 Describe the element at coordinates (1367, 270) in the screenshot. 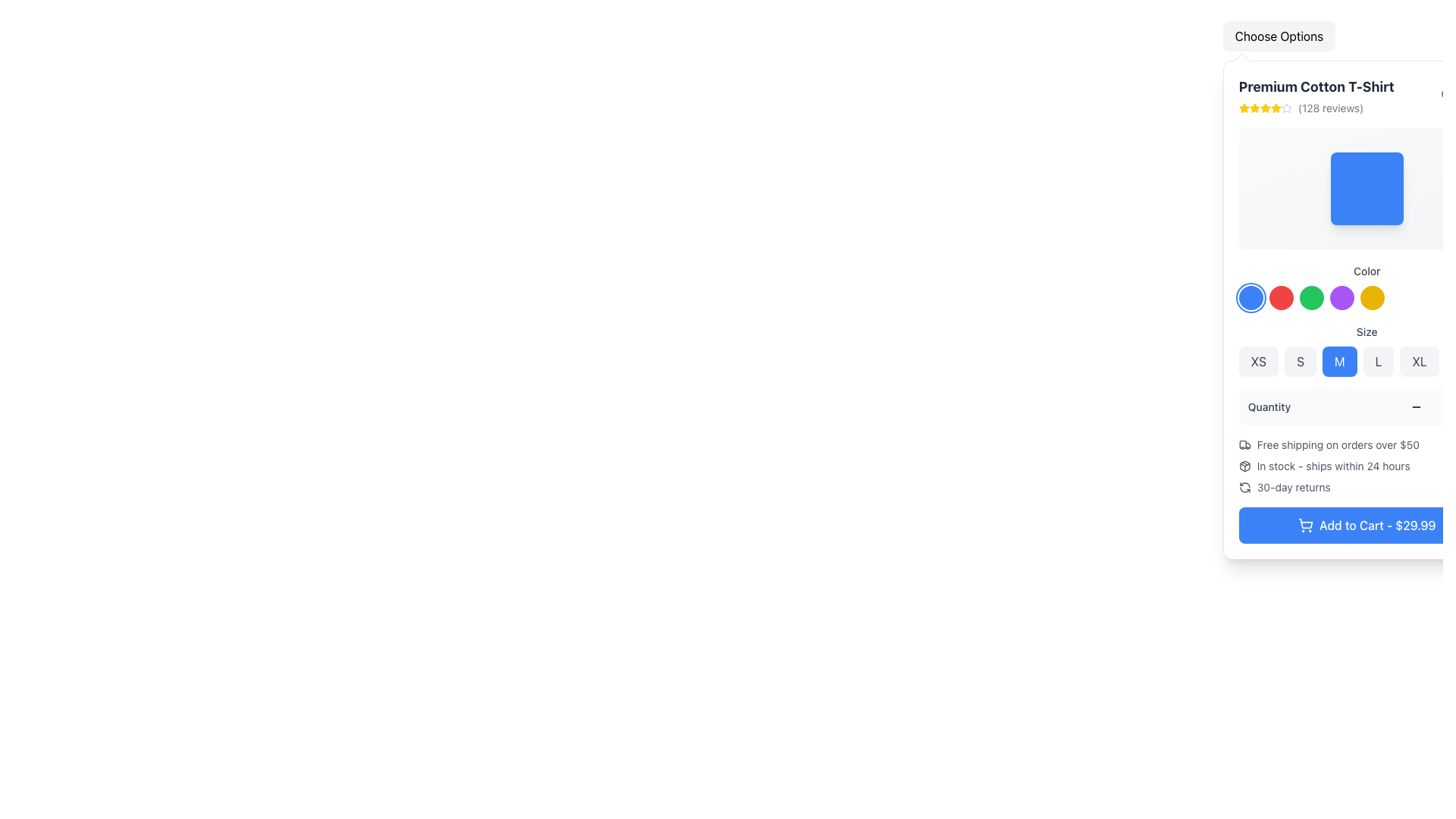

I see `the Static Text element labeled 'Color' which is located in the right panel above the circular color selectors` at that location.